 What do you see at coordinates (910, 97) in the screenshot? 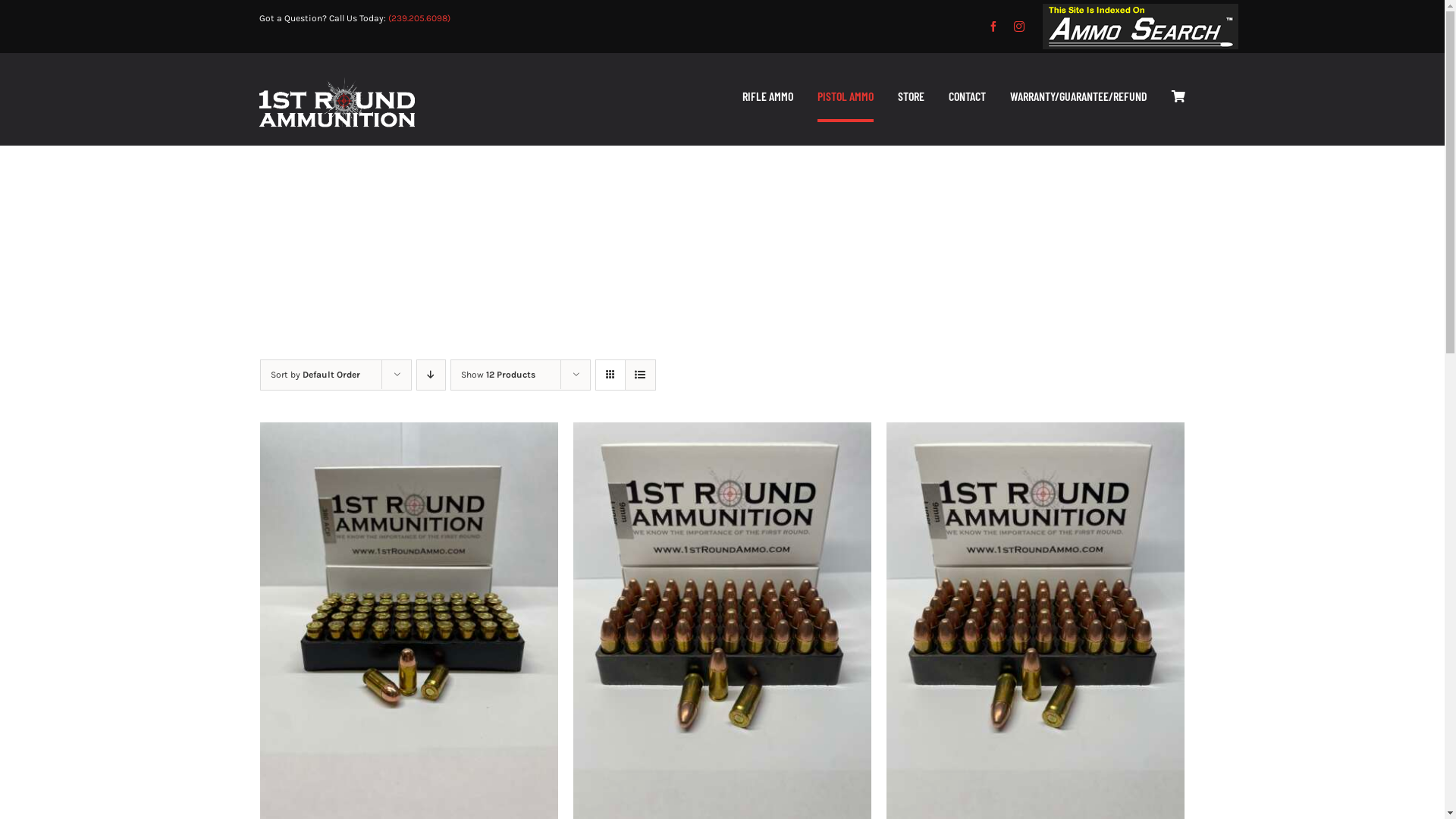
I see `'STORE'` at bounding box center [910, 97].